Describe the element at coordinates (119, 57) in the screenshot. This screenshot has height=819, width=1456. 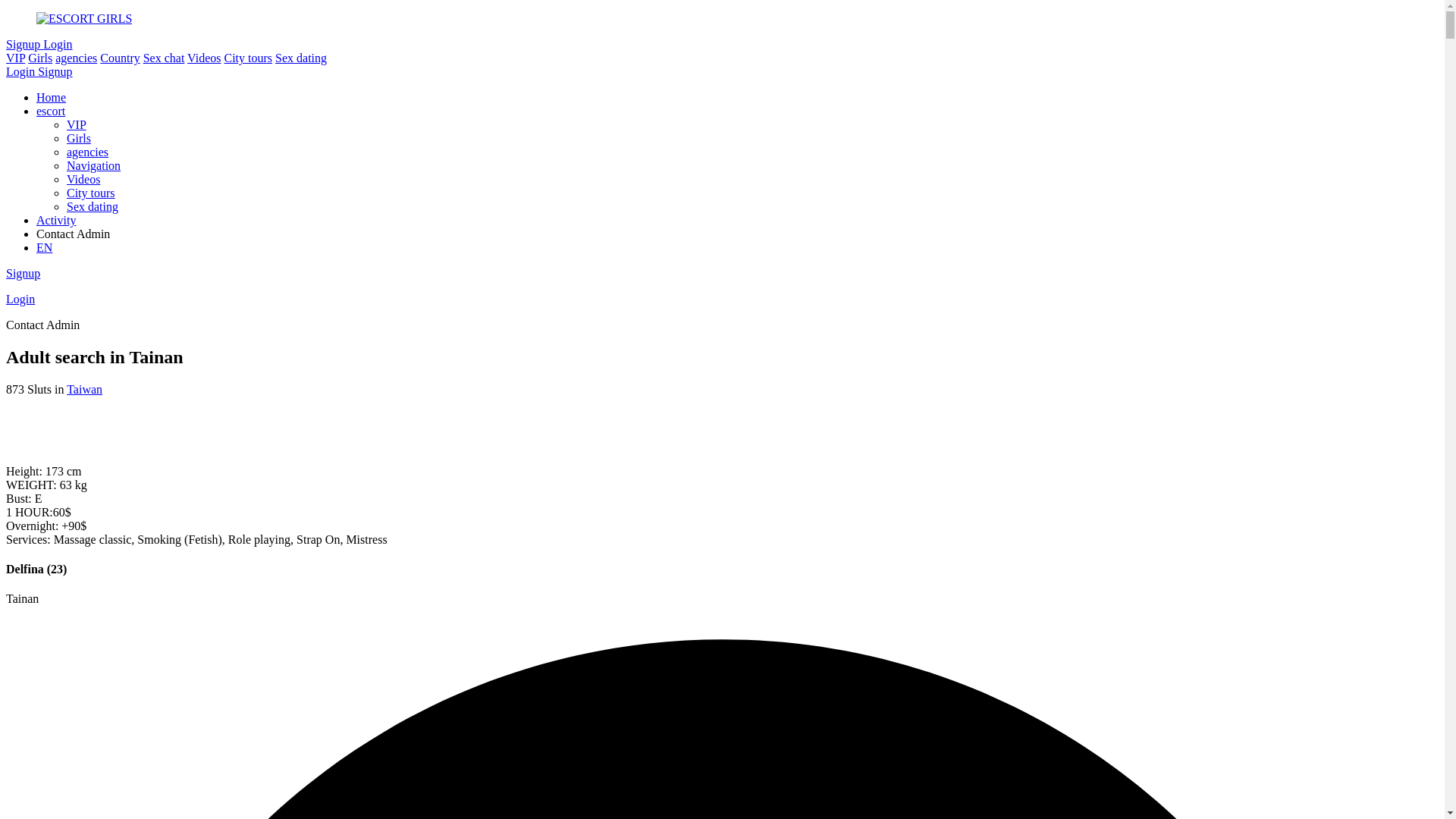
I see `'Country'` at that location.